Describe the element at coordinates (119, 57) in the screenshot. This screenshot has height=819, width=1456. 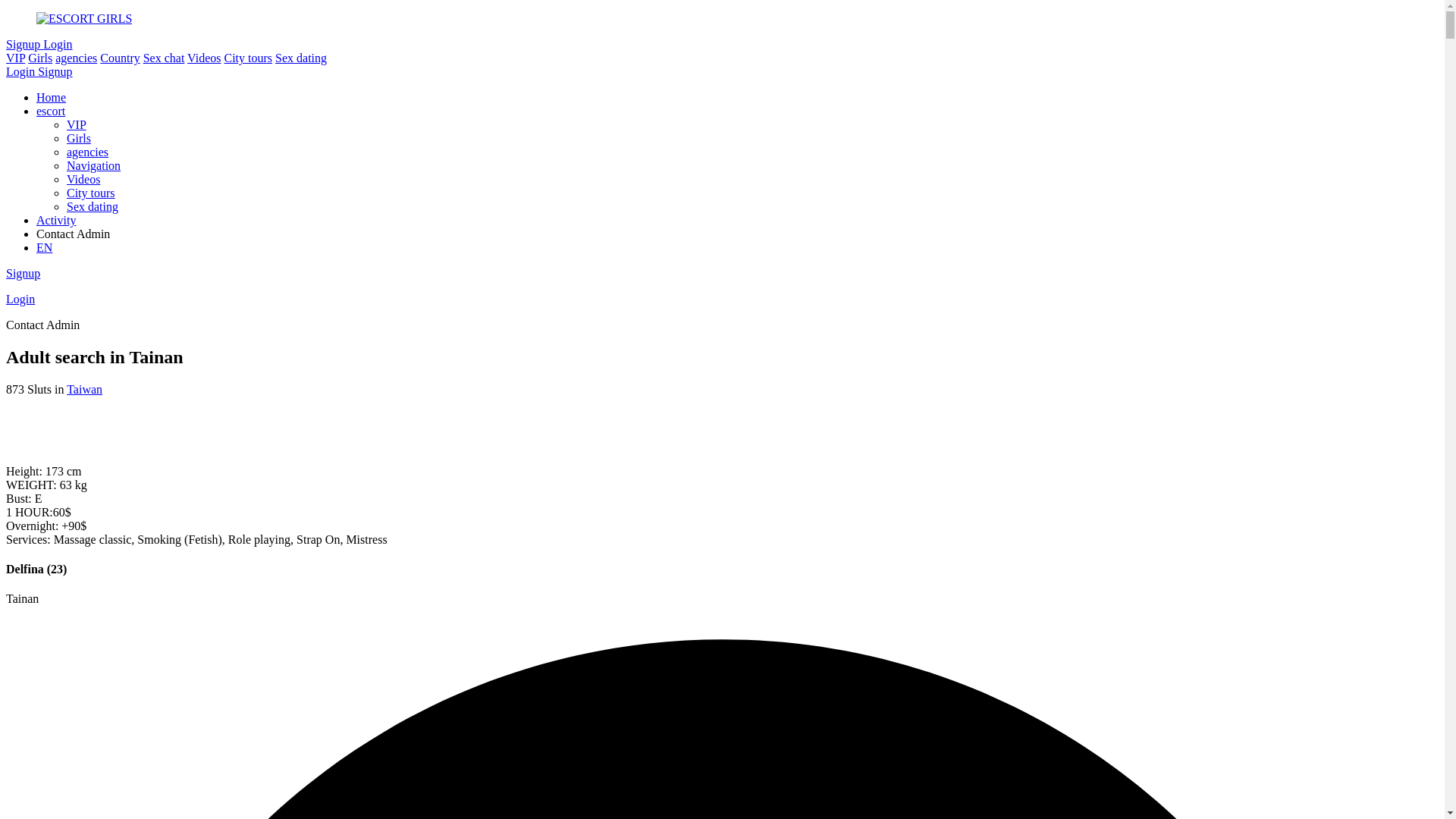
I see `'Country'` at that location.